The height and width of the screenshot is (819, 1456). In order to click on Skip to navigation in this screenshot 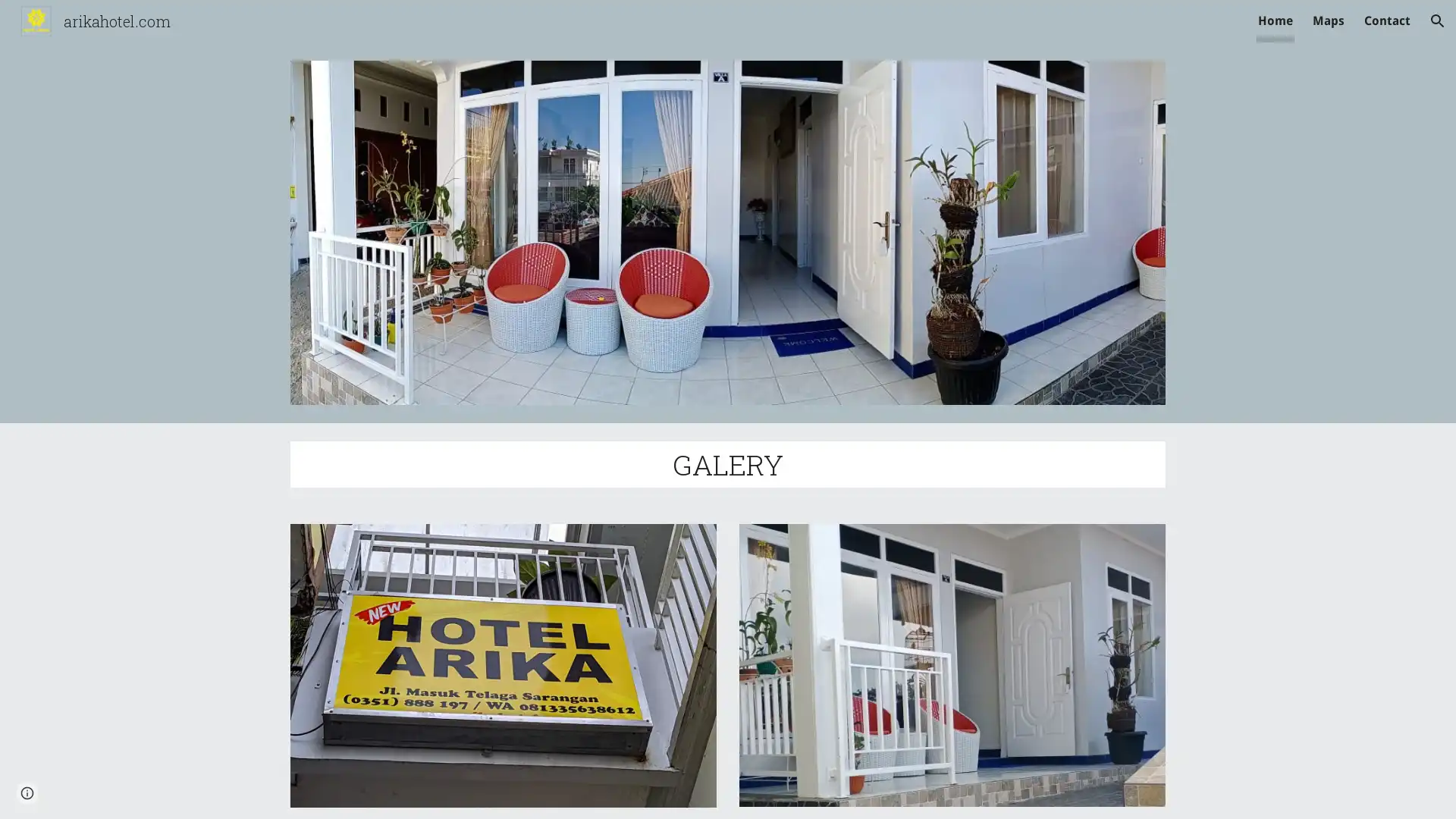, I will do `click(864, 28)`.